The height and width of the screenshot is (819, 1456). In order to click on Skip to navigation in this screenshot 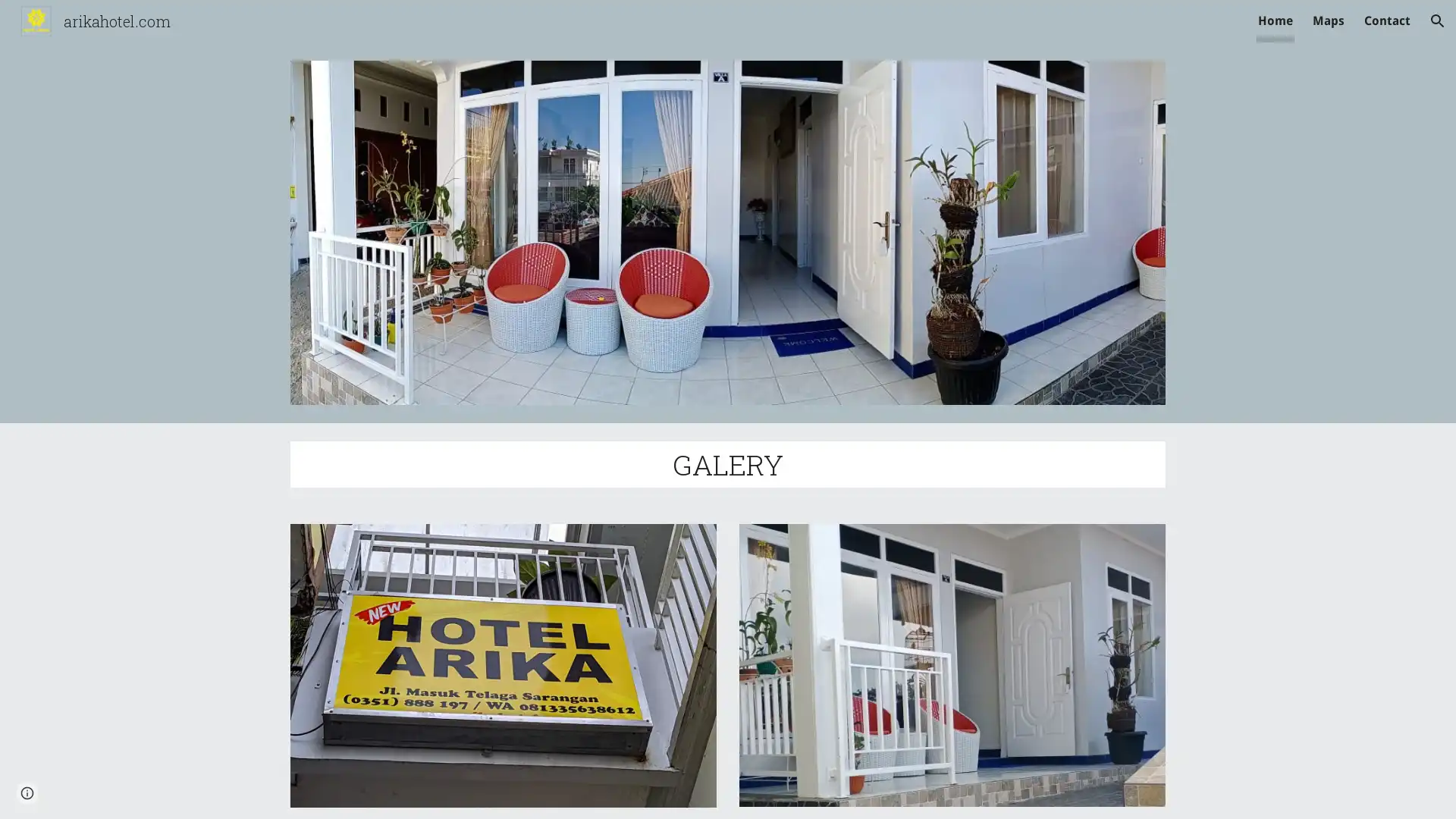, I will do `click(864, 28)`.